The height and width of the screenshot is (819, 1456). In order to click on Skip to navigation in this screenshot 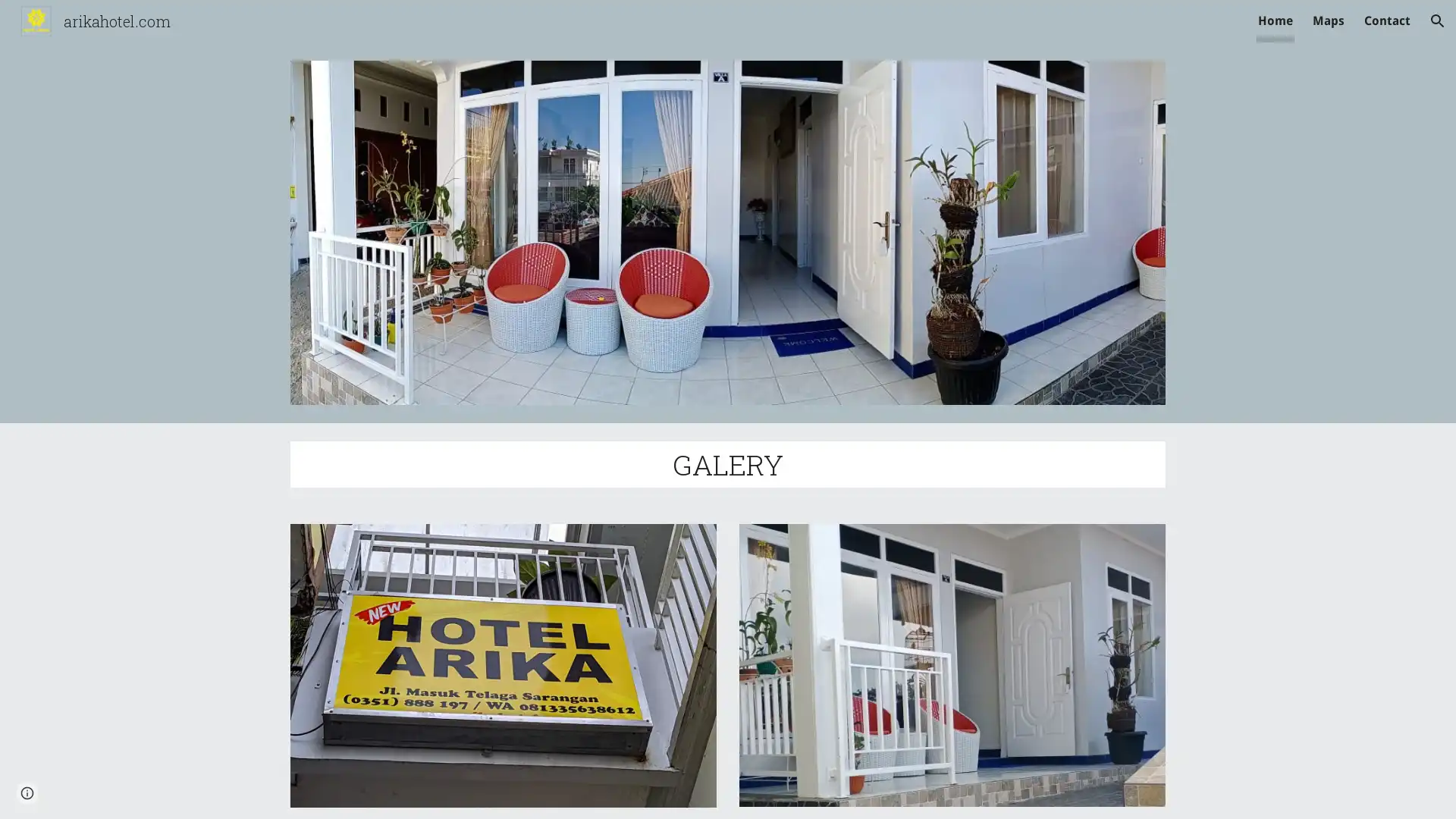, I will do `click(864, 28)`.